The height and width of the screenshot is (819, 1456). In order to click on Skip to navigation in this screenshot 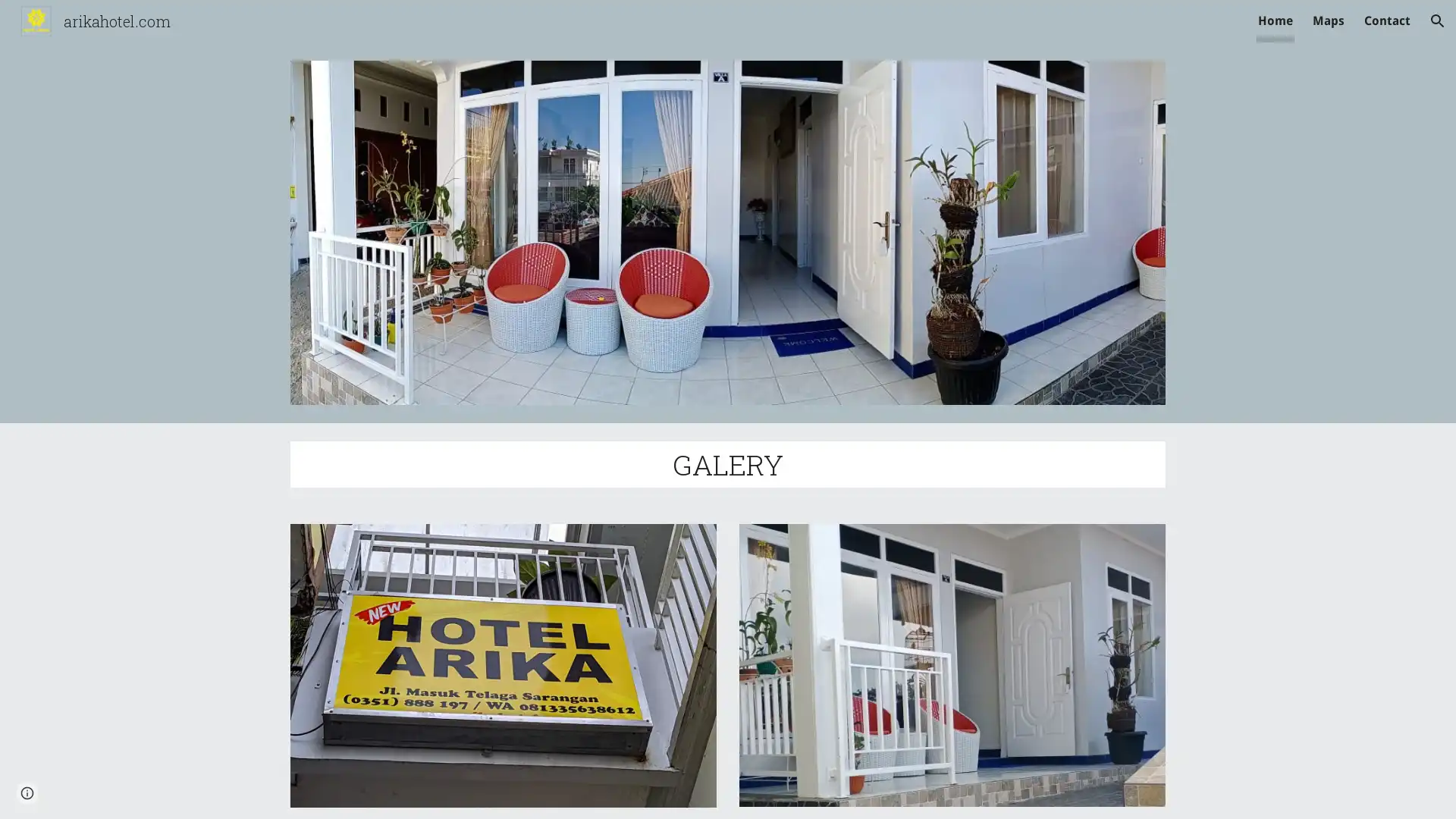, I will do `click(864, 28)`.